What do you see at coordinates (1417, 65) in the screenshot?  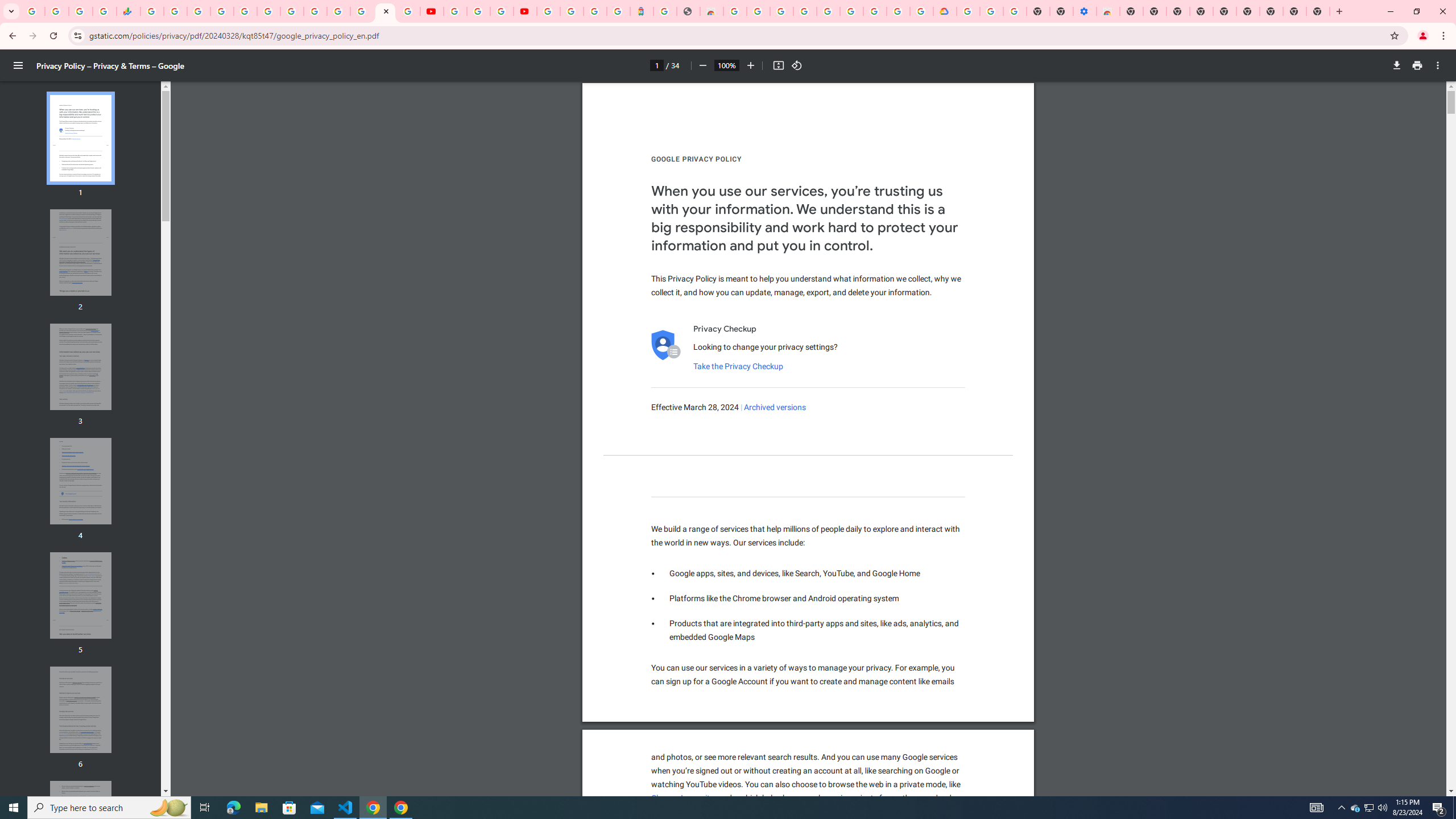 I see `'Print'` at bounding box center [1417, 65].